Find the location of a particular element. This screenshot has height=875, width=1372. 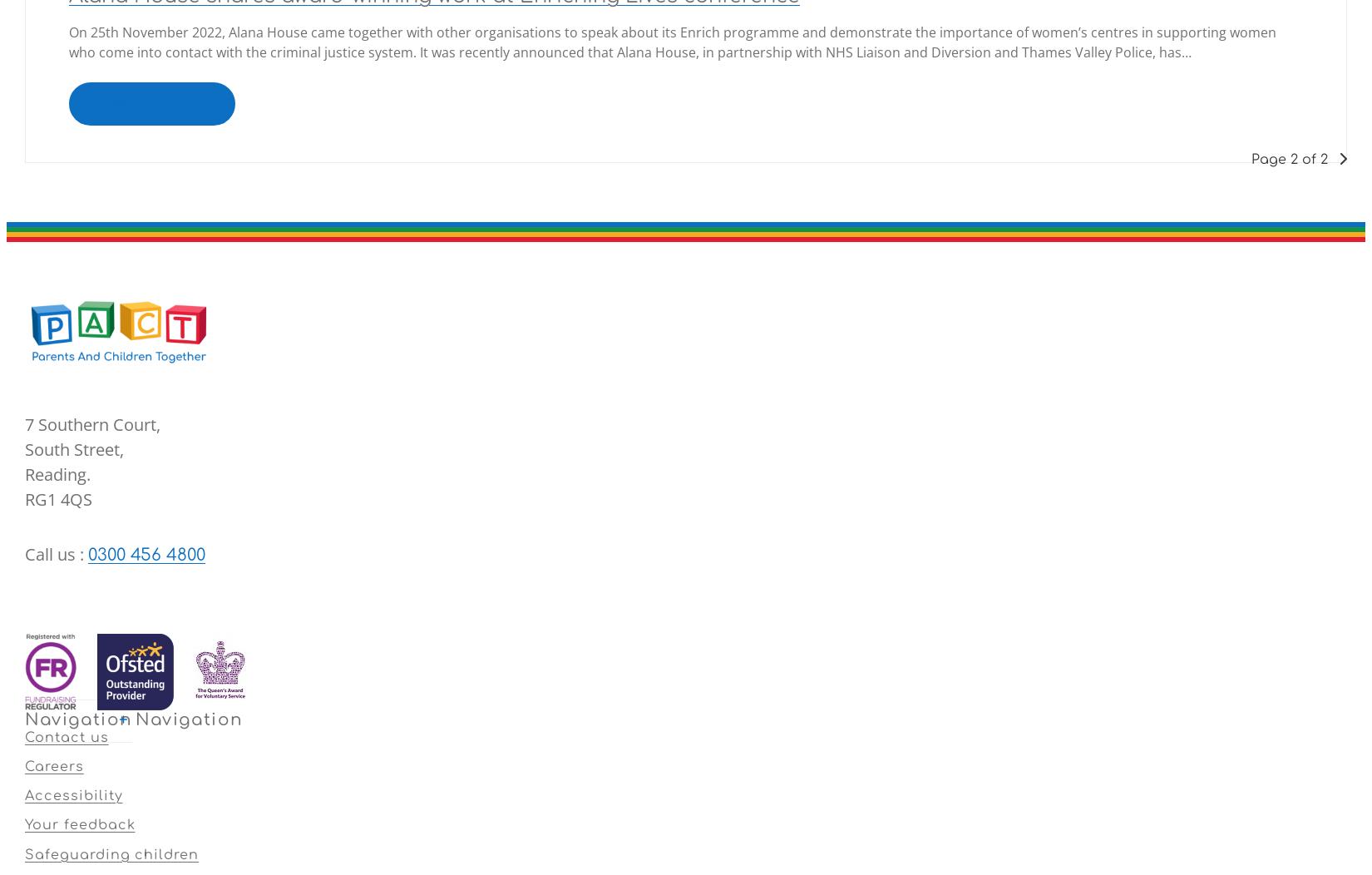

'On 25th November 2022, Alana House came together with other organisations to speak about its Enrich programme and demonstrate the importance of women’s centres in supporting women who come into contact with the criminal justice system. It was recently announced that Alana House, in partnership with NHS Liaison and Diversion and Thames Valley Police, has…' is located at coordinates (671, 40).